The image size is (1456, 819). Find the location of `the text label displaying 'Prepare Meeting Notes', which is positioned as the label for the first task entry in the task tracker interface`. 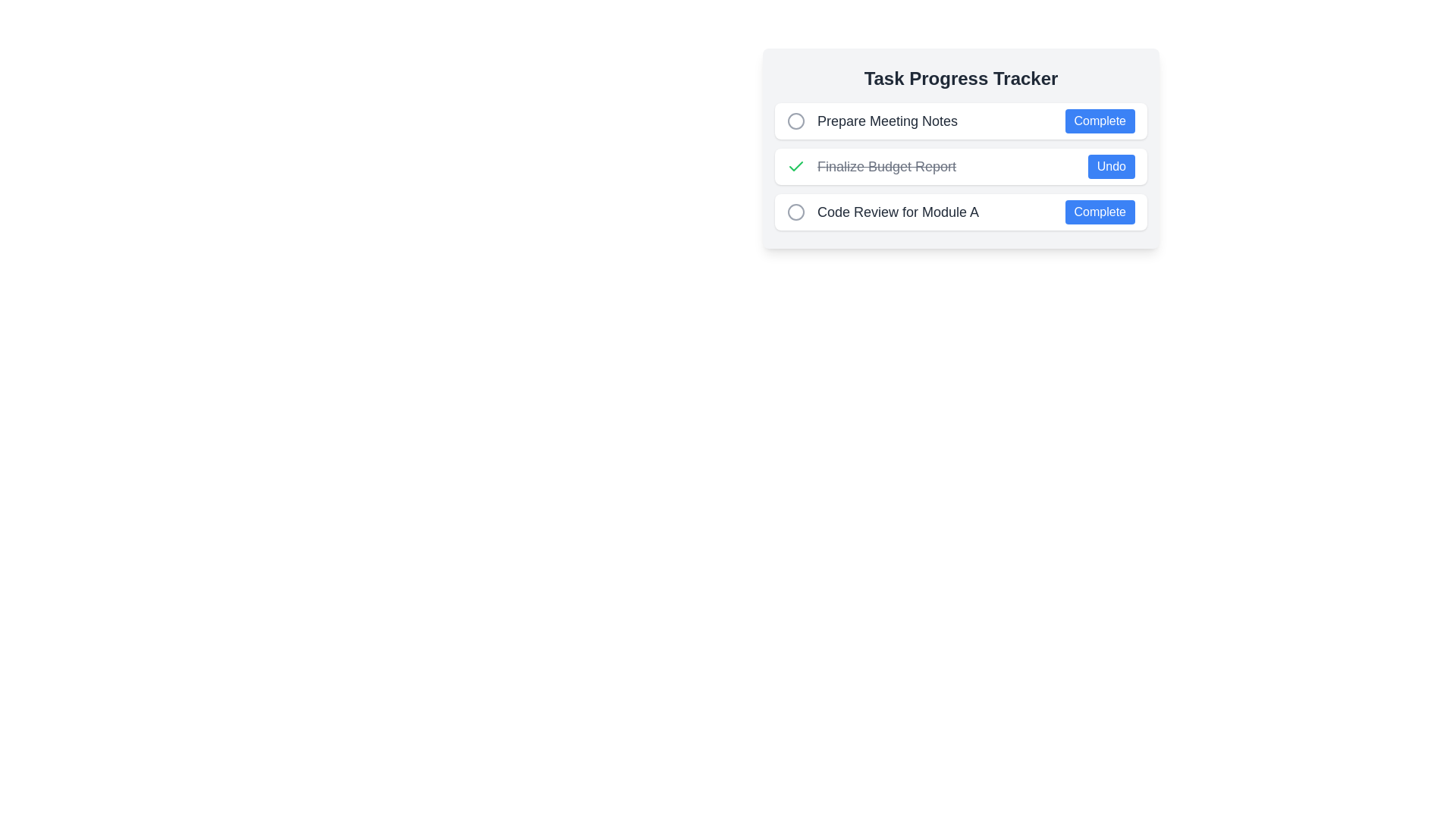

the text label displaying 'Prepare Meeting Notes', which is positioned as the label for the first task entry in the task tracker interface is located at coordinates (887, 120).